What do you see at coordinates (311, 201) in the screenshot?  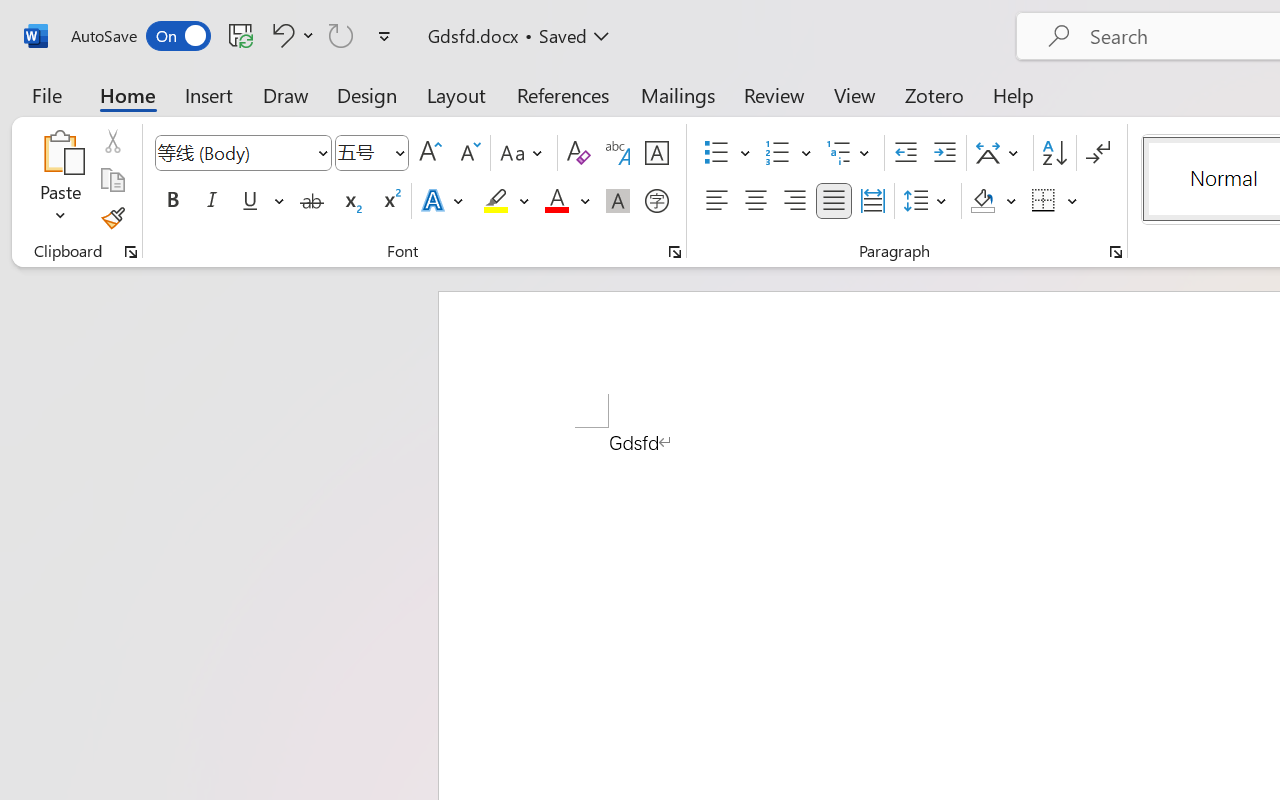 I see `'Strikethrough'` at bounding box center [311, 201].